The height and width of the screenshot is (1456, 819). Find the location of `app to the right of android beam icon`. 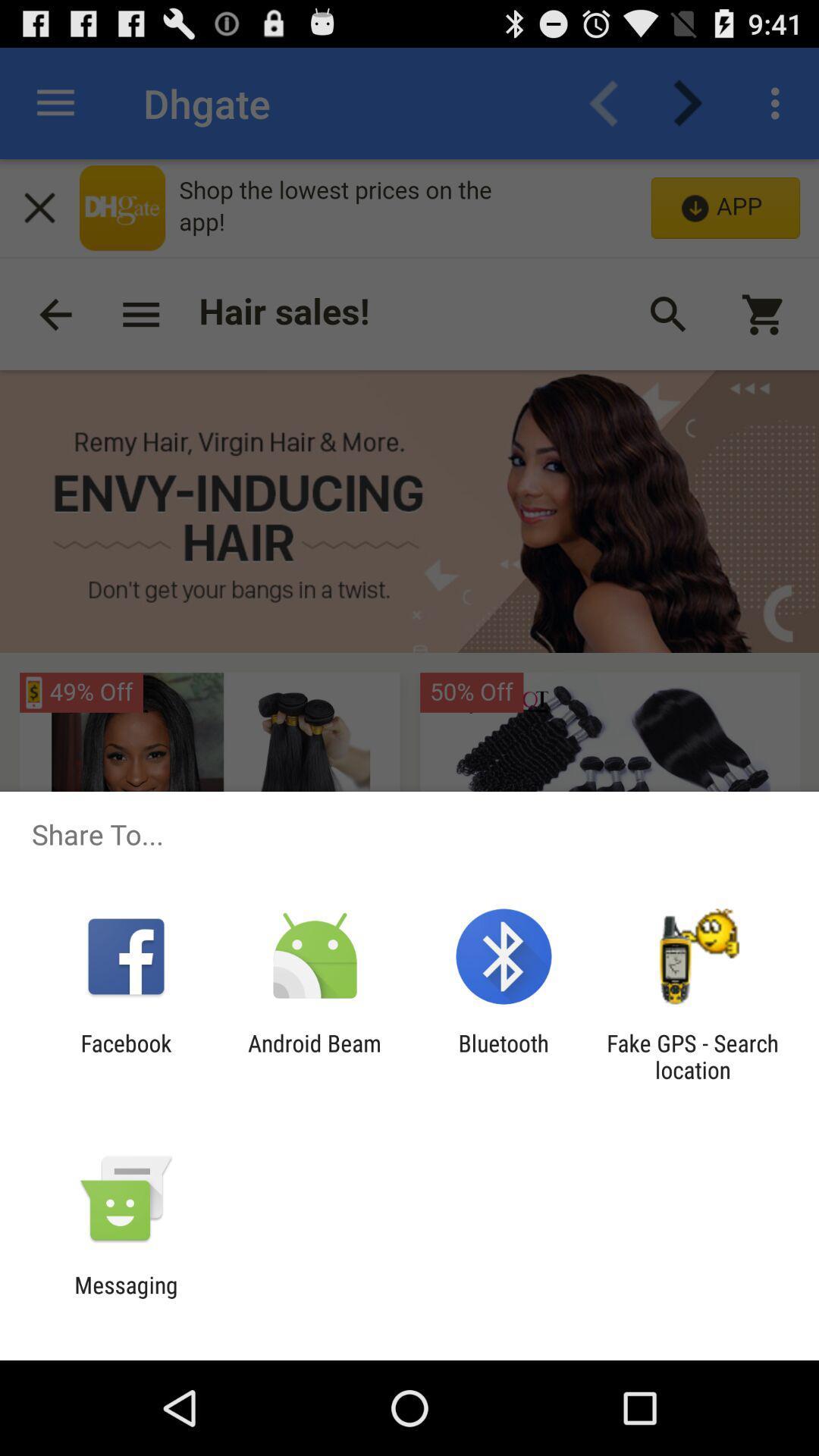

app to the right of android beam icon is located at coordinates (504, 1056).